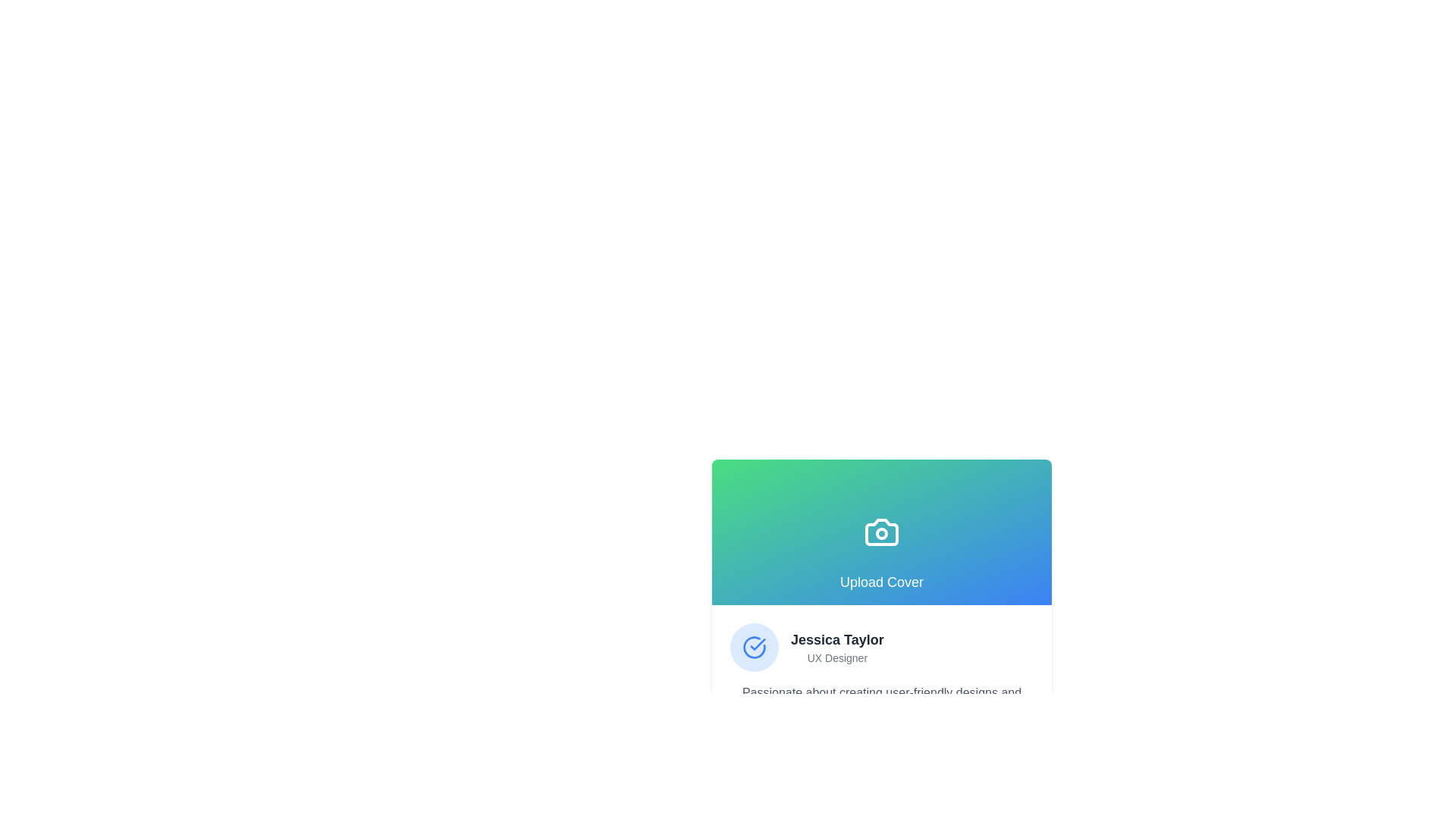  I want to click on the text label that reads 'Passionate about creating user-friendly designs and meaningful experiences.' positioned below the user's role 'UX Designer' and above the action buttons in the profile card, so click(881, 701).